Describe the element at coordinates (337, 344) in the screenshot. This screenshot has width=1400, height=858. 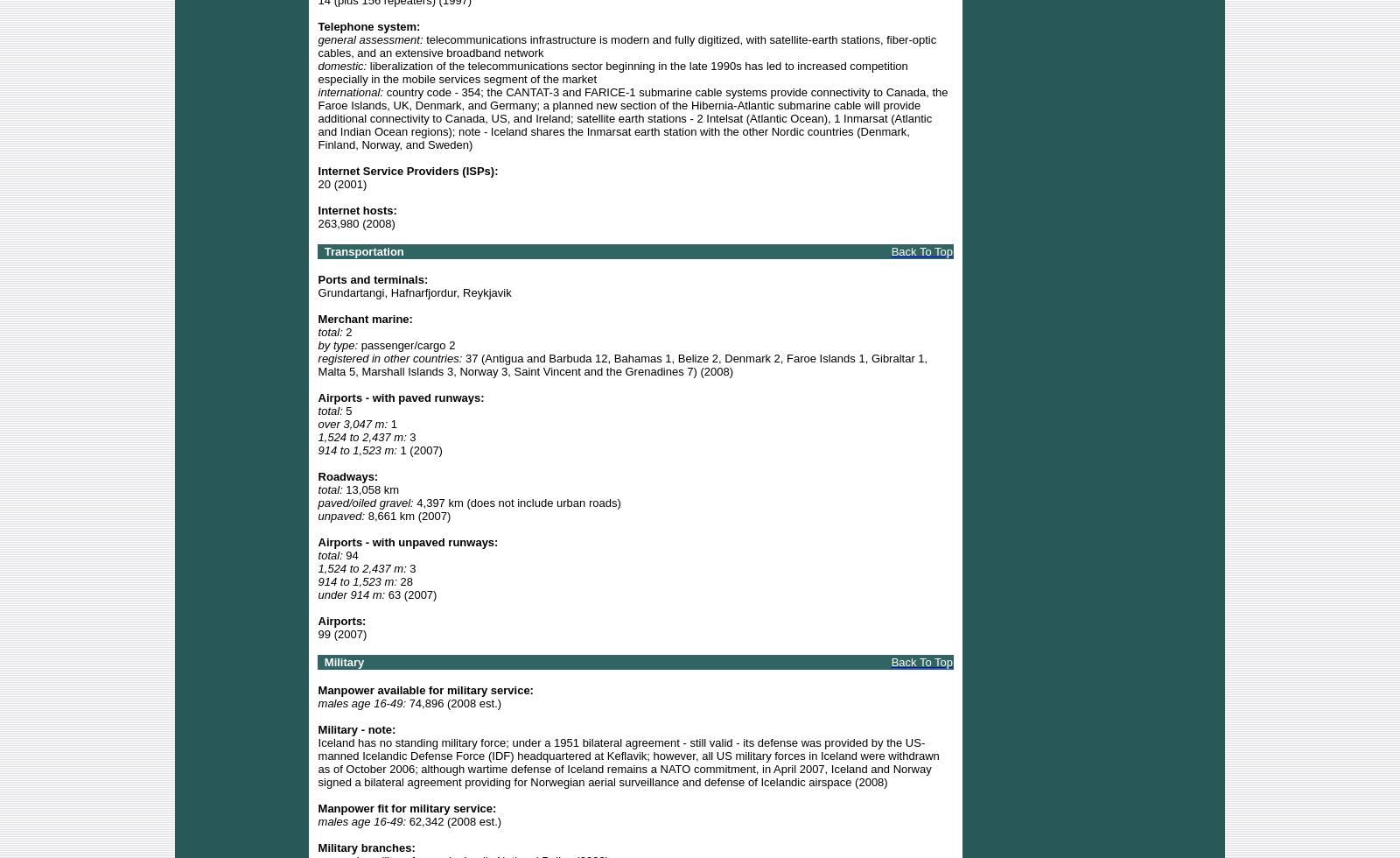
I see `'by type:'` at that location.